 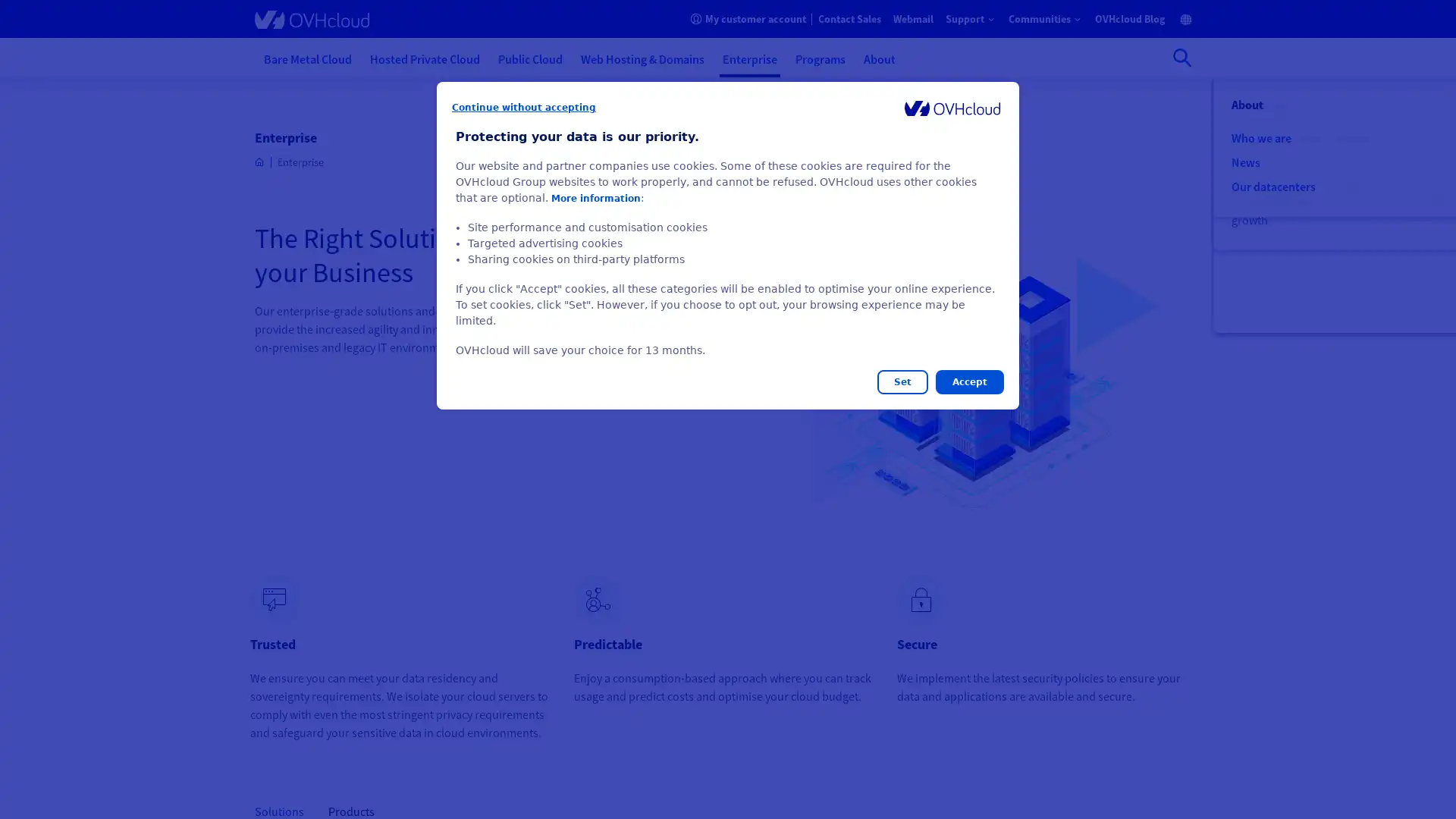 What do you see at coordinates (902, 381) in the screenshot?
I see `Set` at bounding box center [902, 381].